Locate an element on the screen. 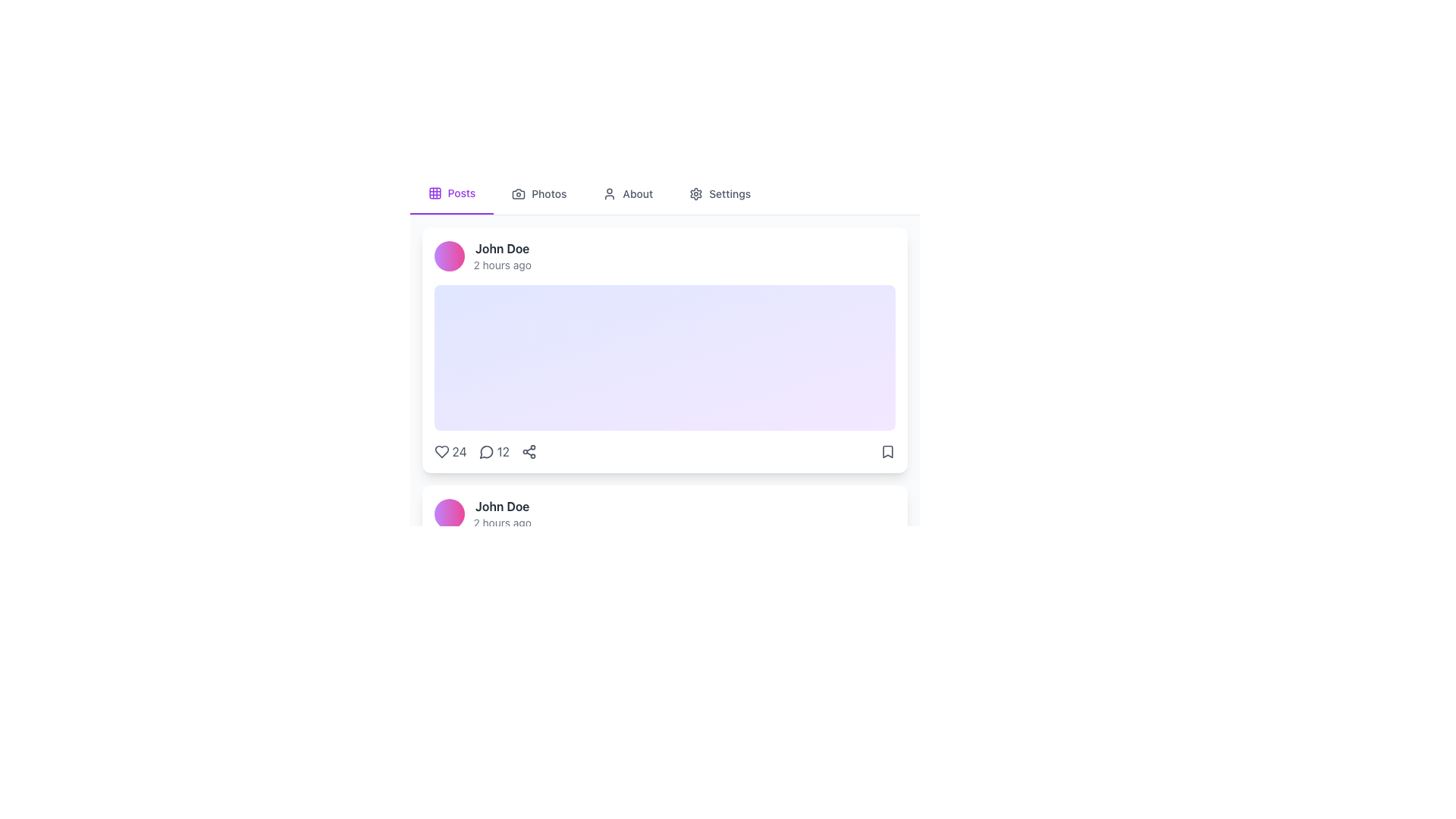 Image resolution: width=1456 pixels, height=819 pixels. the interactive badge displaying the number '12' next to the speech bubble icon, which triggers actions related to comments is located at coordinates (494, 451).